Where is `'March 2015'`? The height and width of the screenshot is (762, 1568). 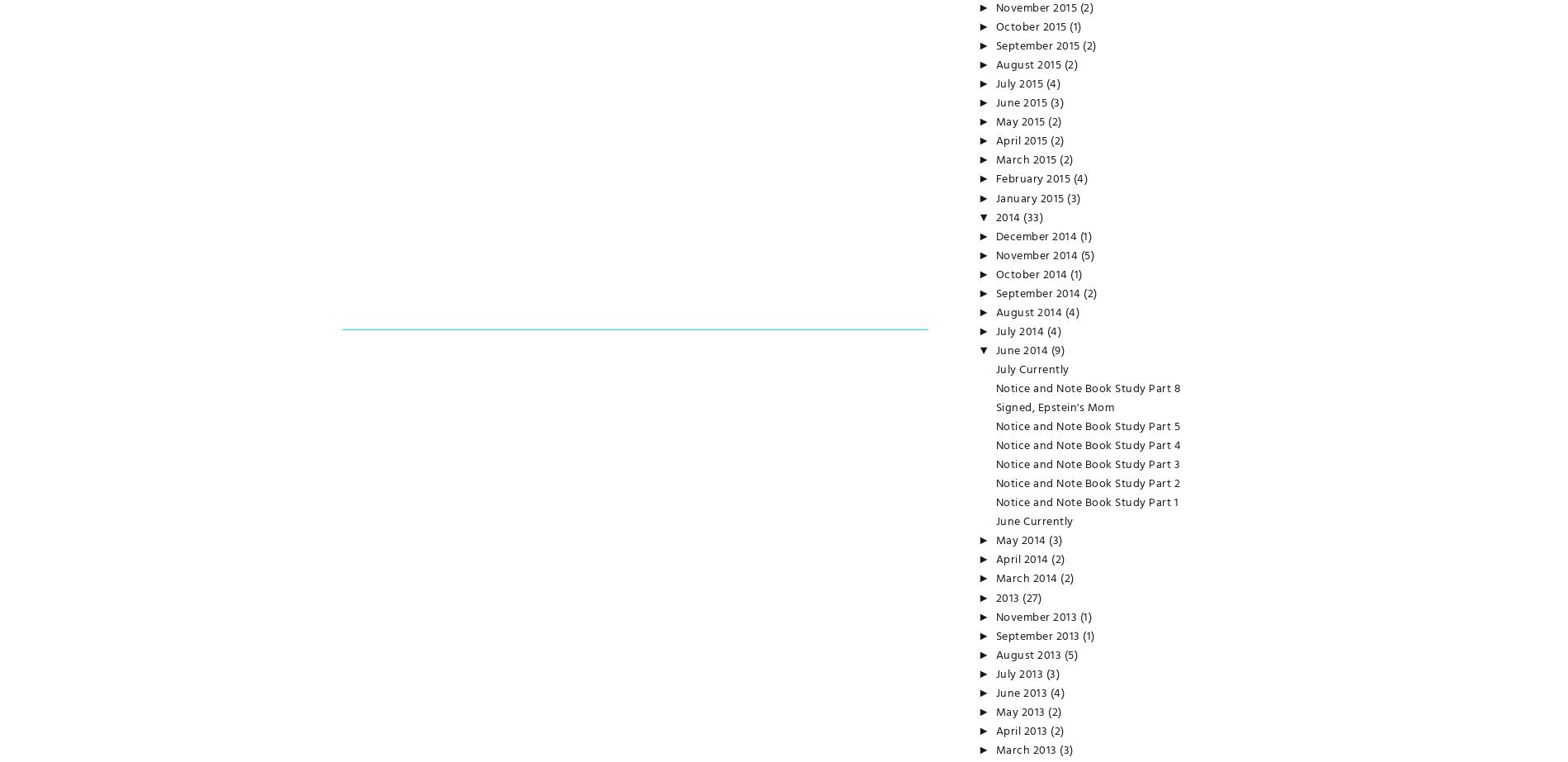
'March 2015' is located at coordinates (1027, 160).